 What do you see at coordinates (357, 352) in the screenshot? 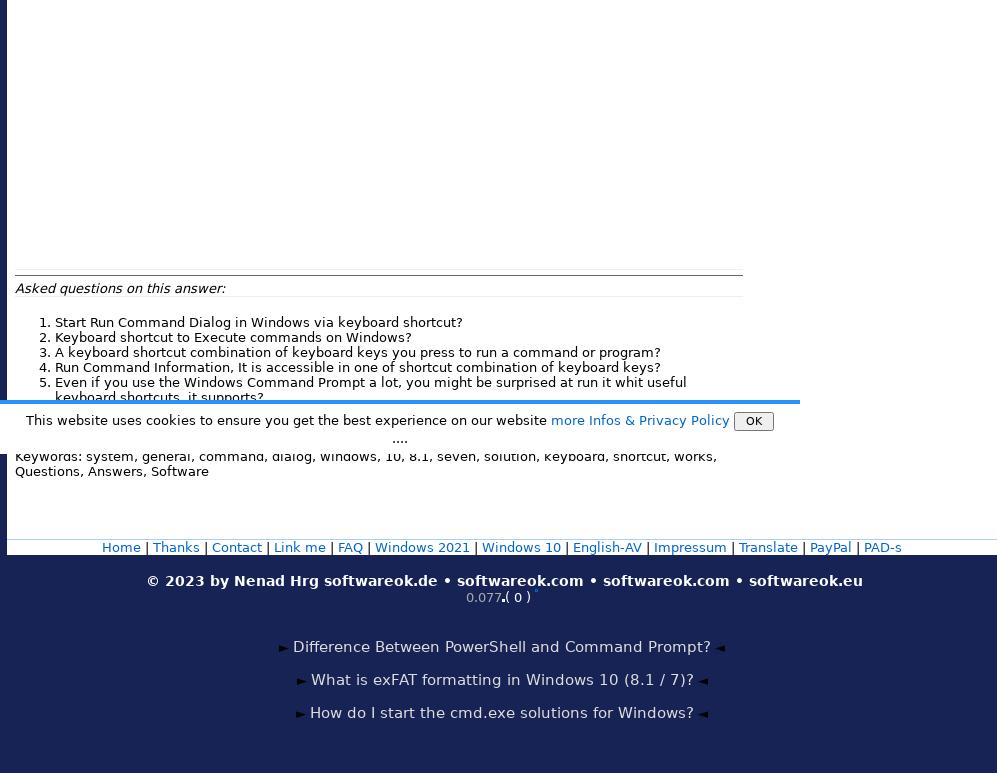
I see `'A keyboard shortcut combination of keyboard keys you press to run a command or program?'` at bounding box center [357, 352].